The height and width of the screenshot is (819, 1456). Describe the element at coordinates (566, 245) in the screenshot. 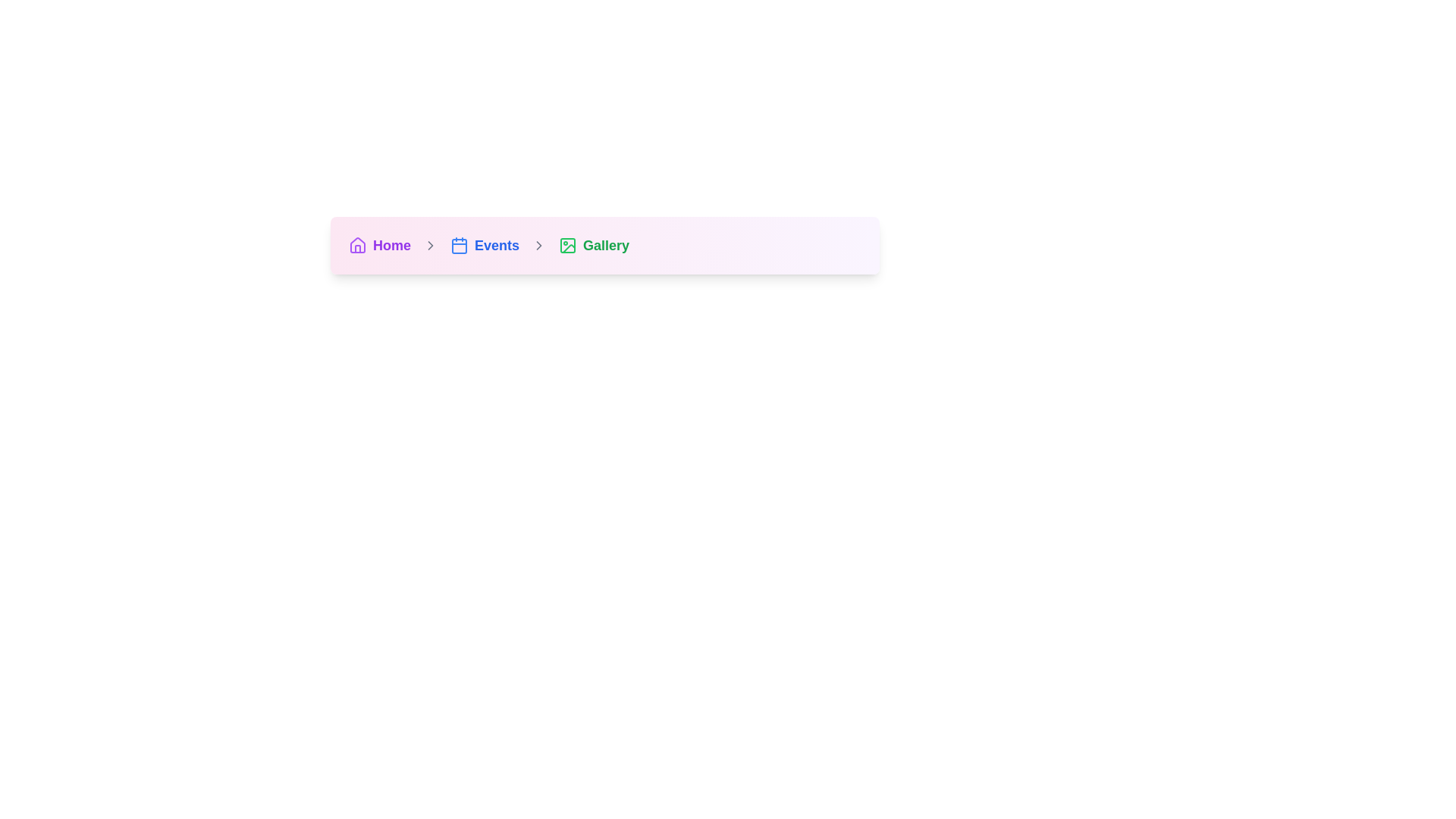

I see `the green-colored framed picture icon representing image or gallery features, located in the breadcrumb navigation section, positioned to the left of the text 'Gallery'` at that location.